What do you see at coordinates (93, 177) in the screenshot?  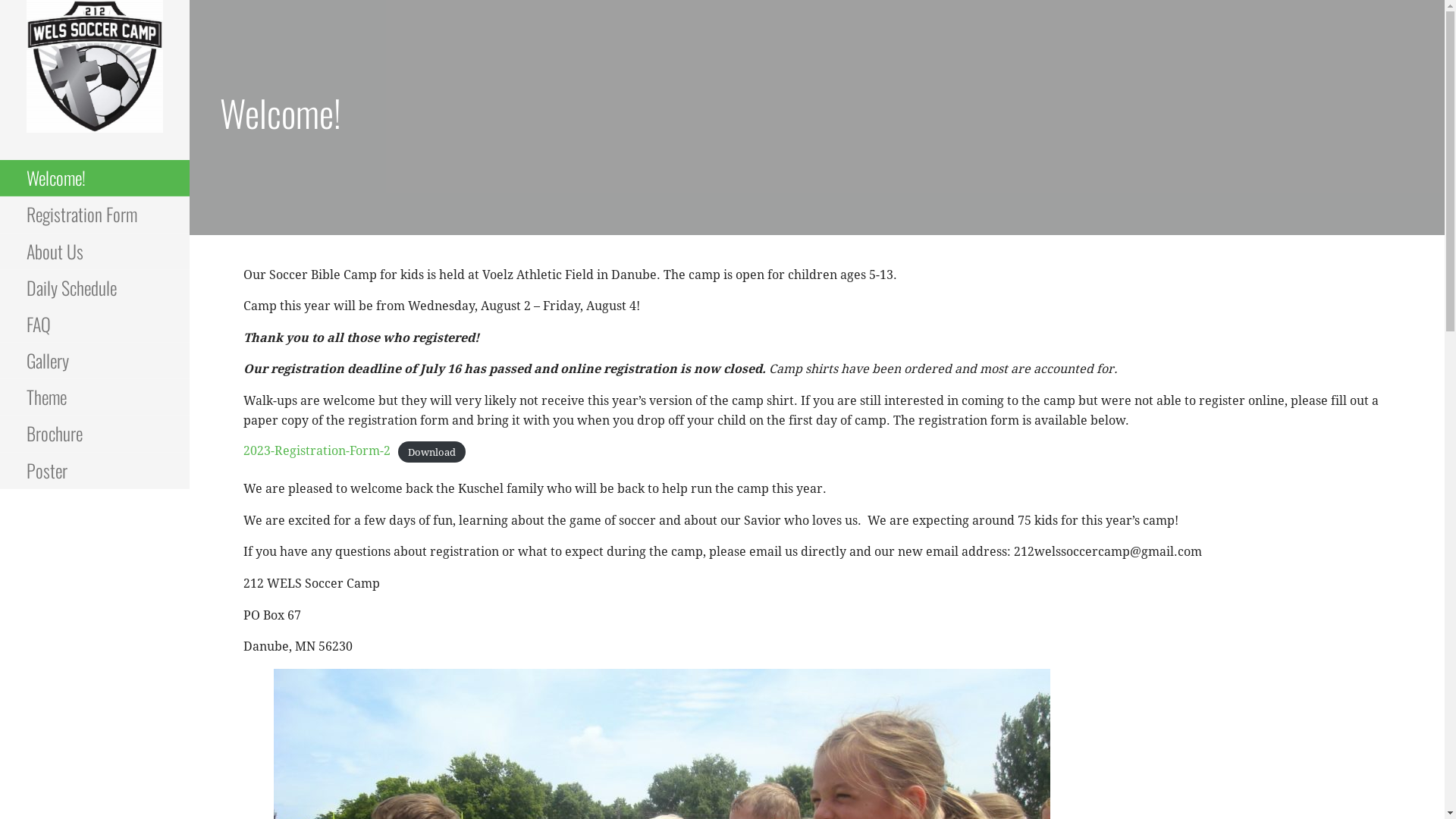 I see `'Welcome!'` at bounding box center [93, 177].